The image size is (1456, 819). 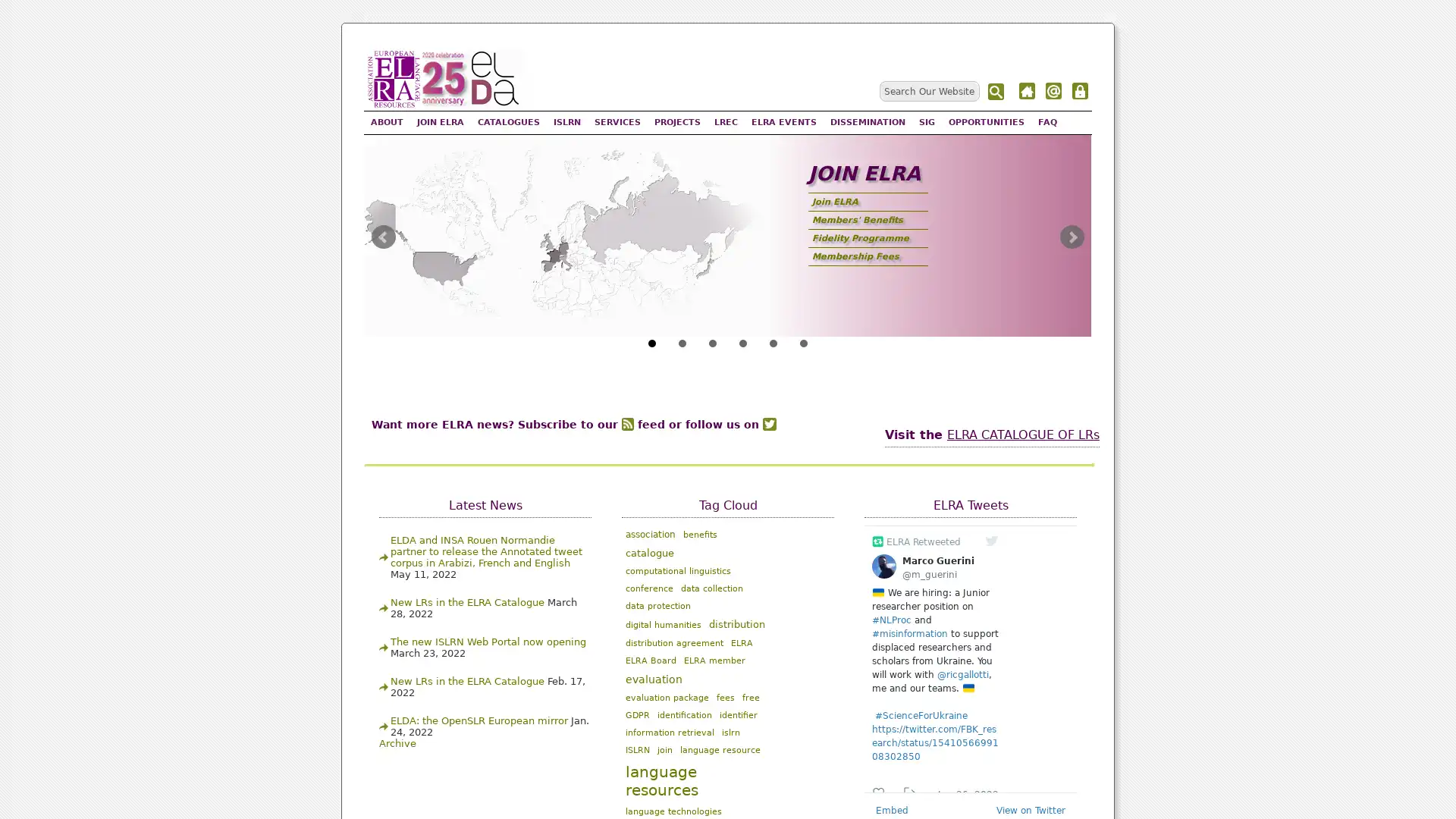 I want to click on search, so click(x=997, y=92).